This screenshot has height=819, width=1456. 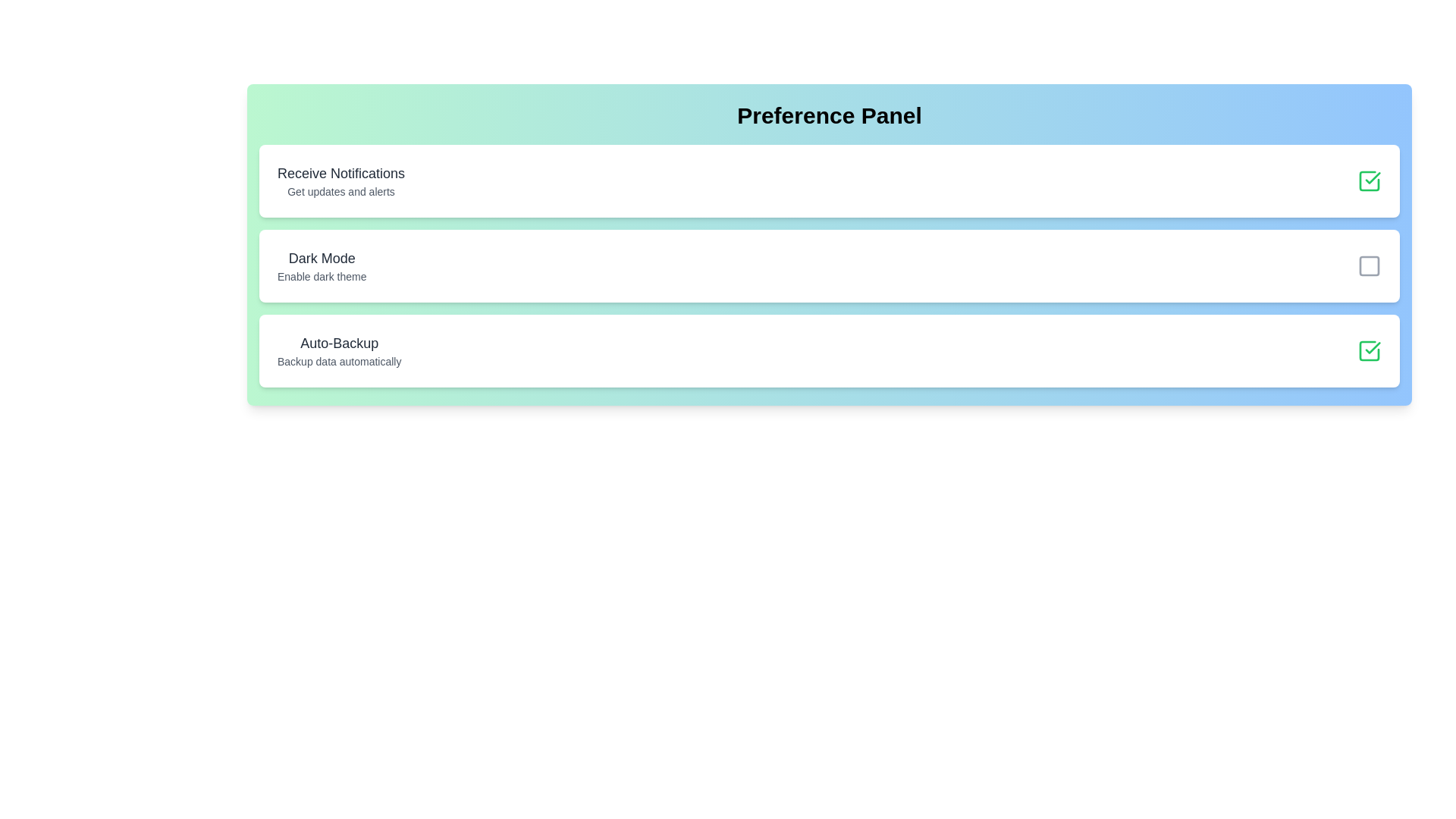 What do you see at coordinates (1369, 350) in the screenshot?
I see `the checkbox representing the 'Auto-Backup' feature` at bounding box center [1369, 350].